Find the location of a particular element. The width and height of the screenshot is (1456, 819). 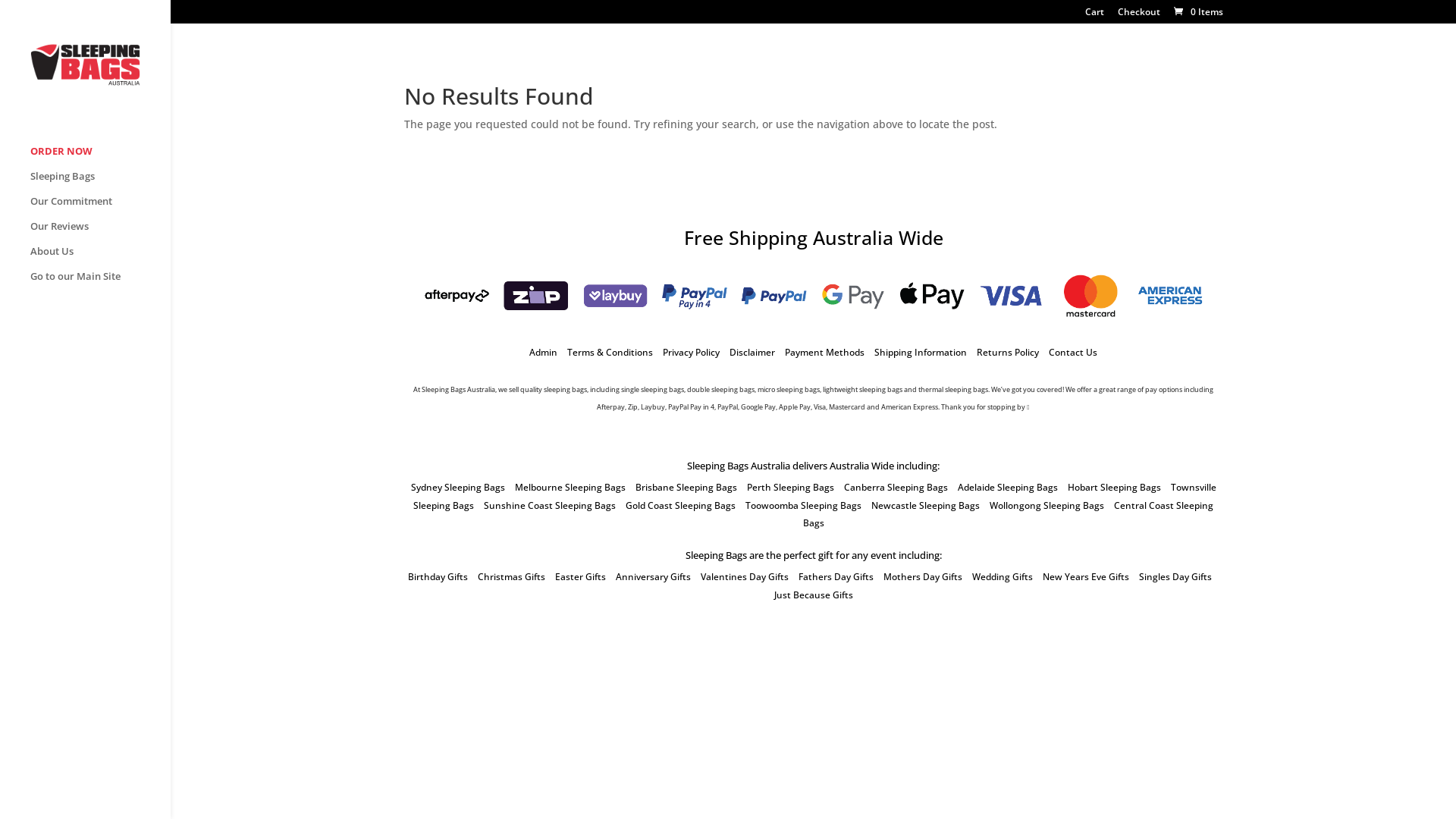

'Birthday Gifts' is located at coordinates (437, 576).